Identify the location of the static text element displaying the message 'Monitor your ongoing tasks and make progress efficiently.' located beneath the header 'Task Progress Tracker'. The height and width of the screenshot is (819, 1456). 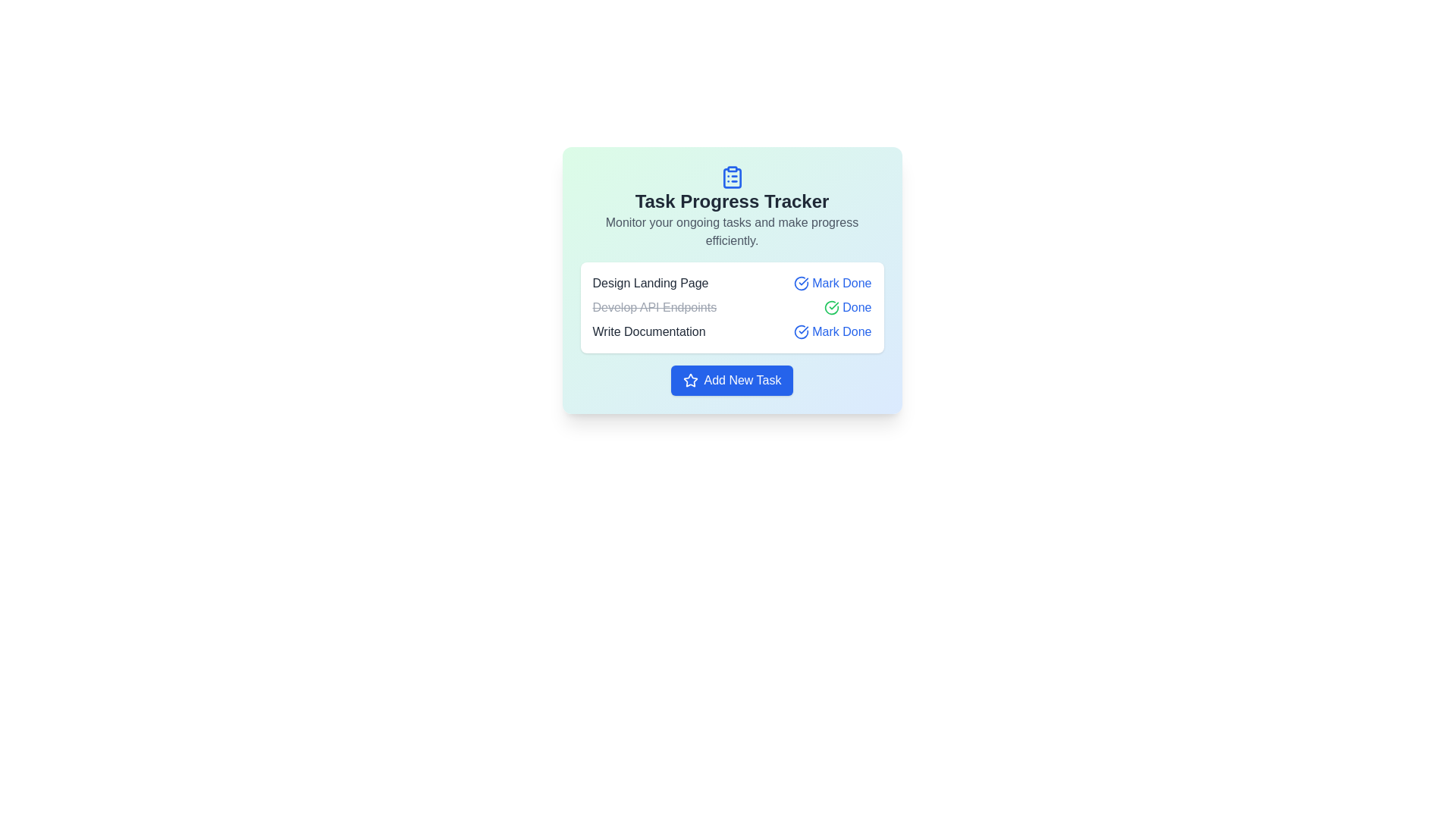
(732, 231).